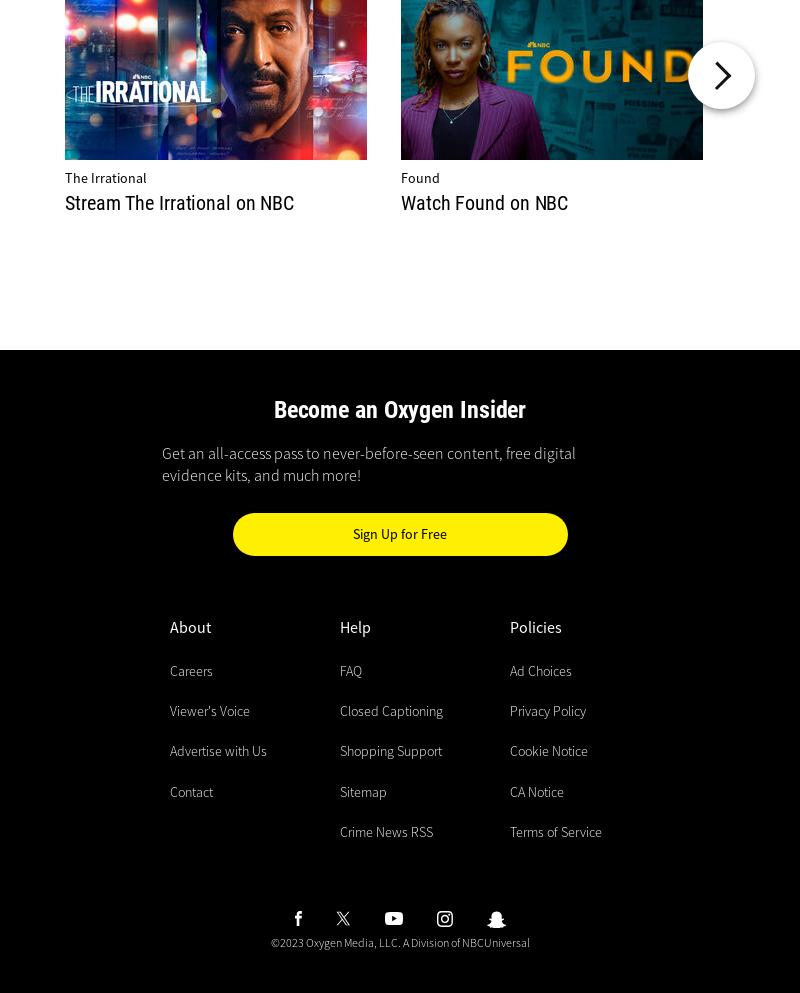 The width and height of the screenshot is (800, 993). I want to click on '©2023 Oxygen Media, LLC.', so click(336, 940).